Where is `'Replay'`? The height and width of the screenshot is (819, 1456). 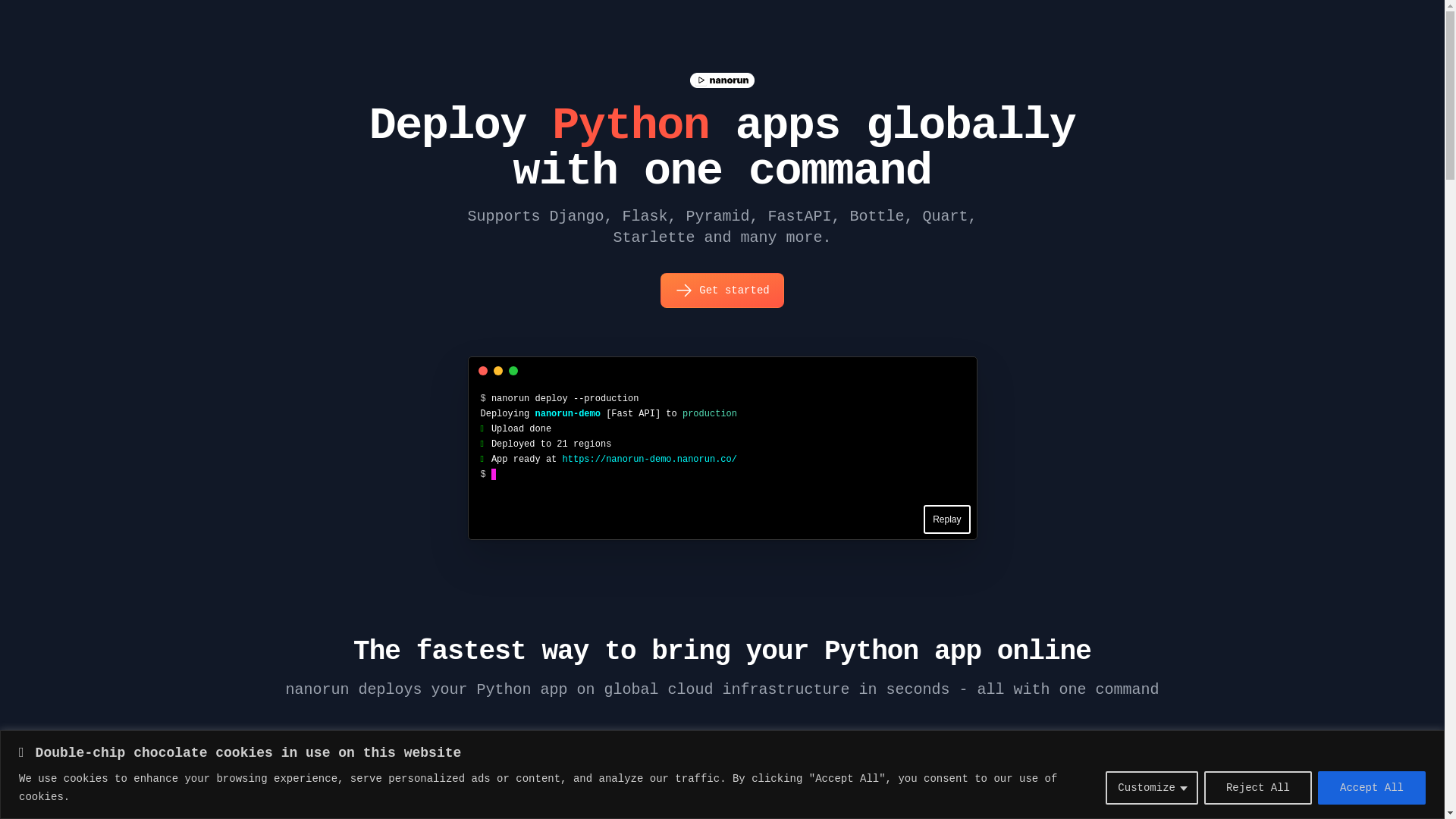
'Replay' is located at coordinates (946, 519).